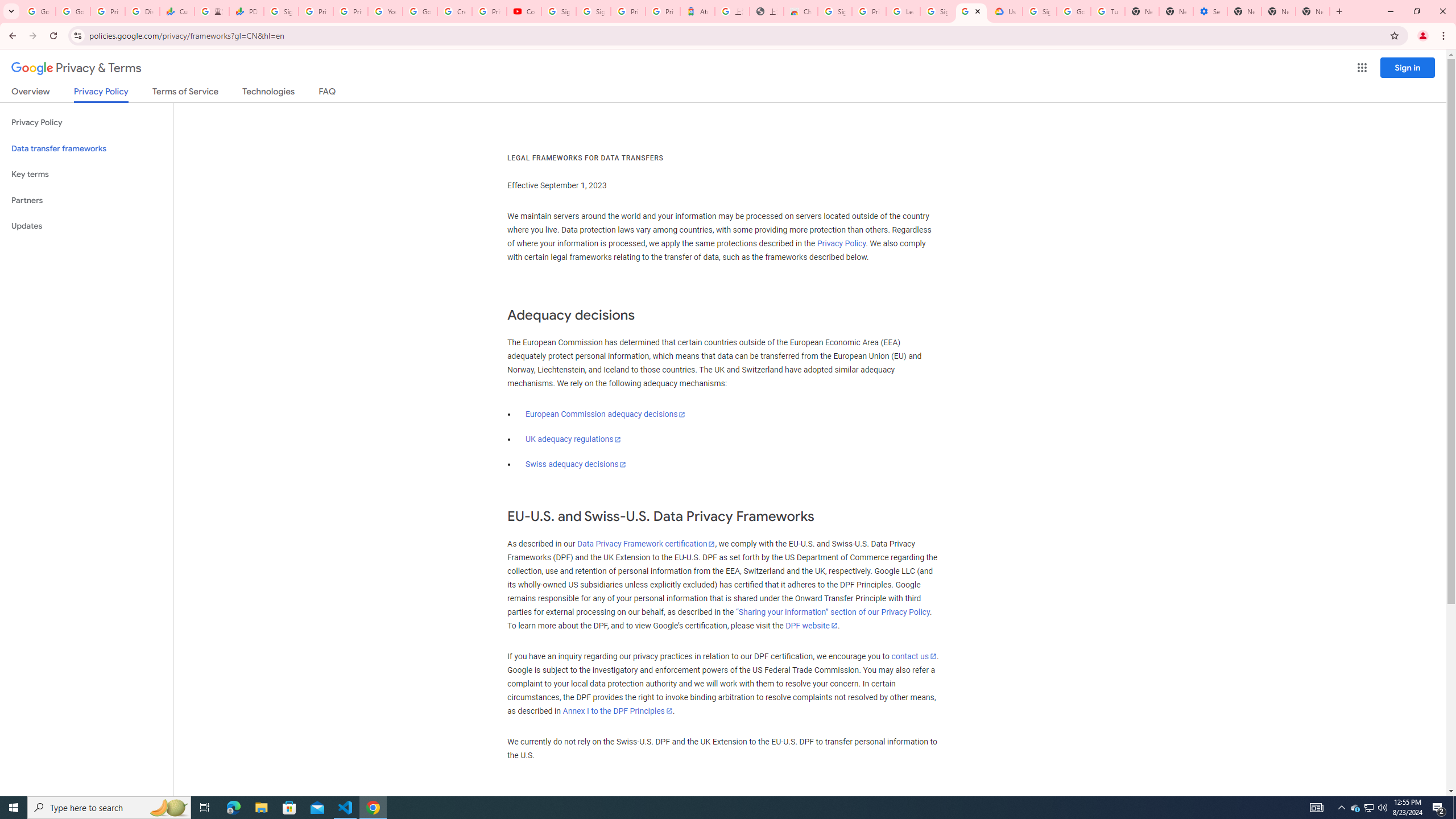  I want to click on 'Settings - Addresses and more', so click(1210, 11).